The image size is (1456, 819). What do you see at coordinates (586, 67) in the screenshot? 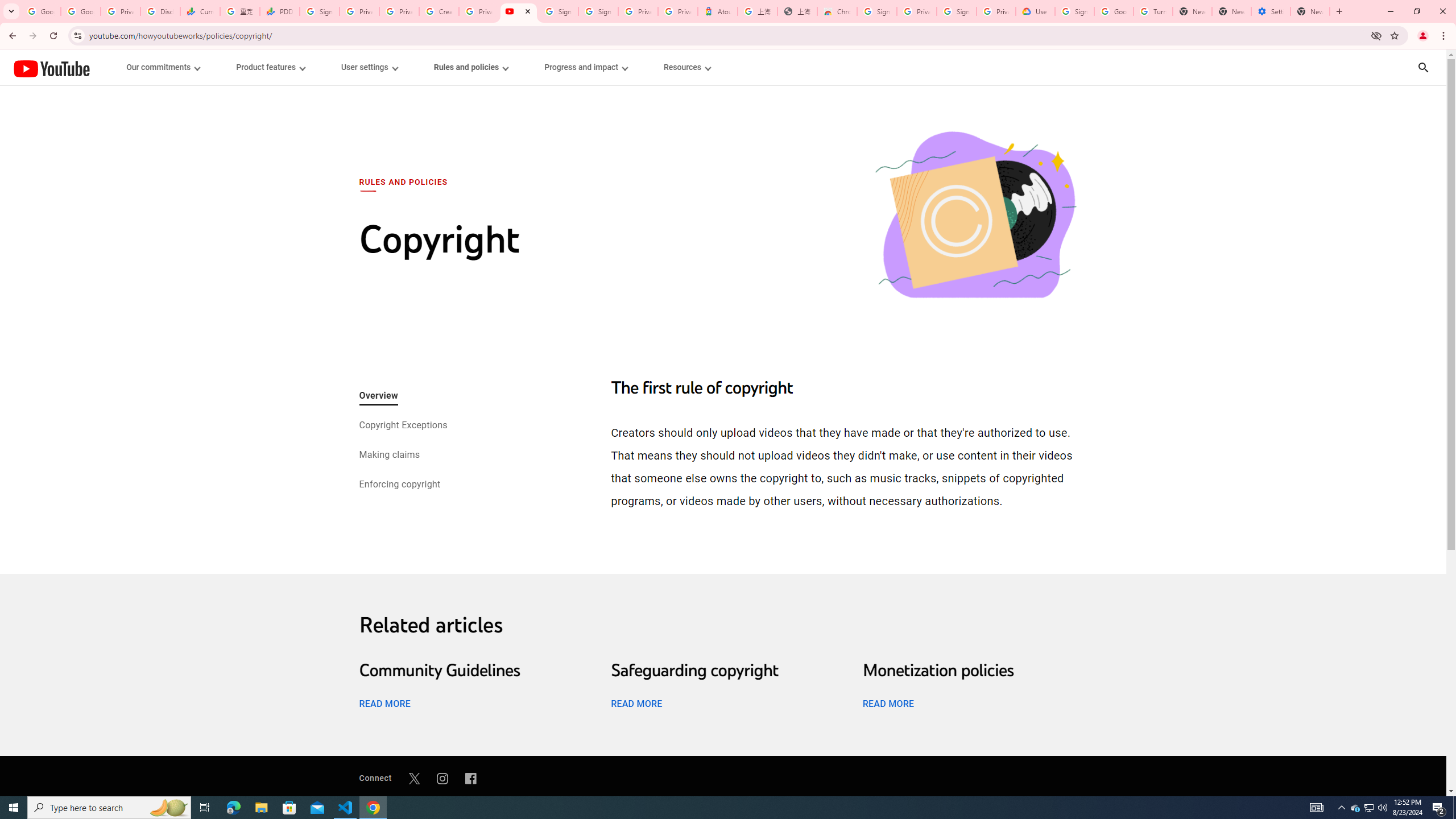
I see `'Progress and impact menupopup'` at bounding box center [586, 67].